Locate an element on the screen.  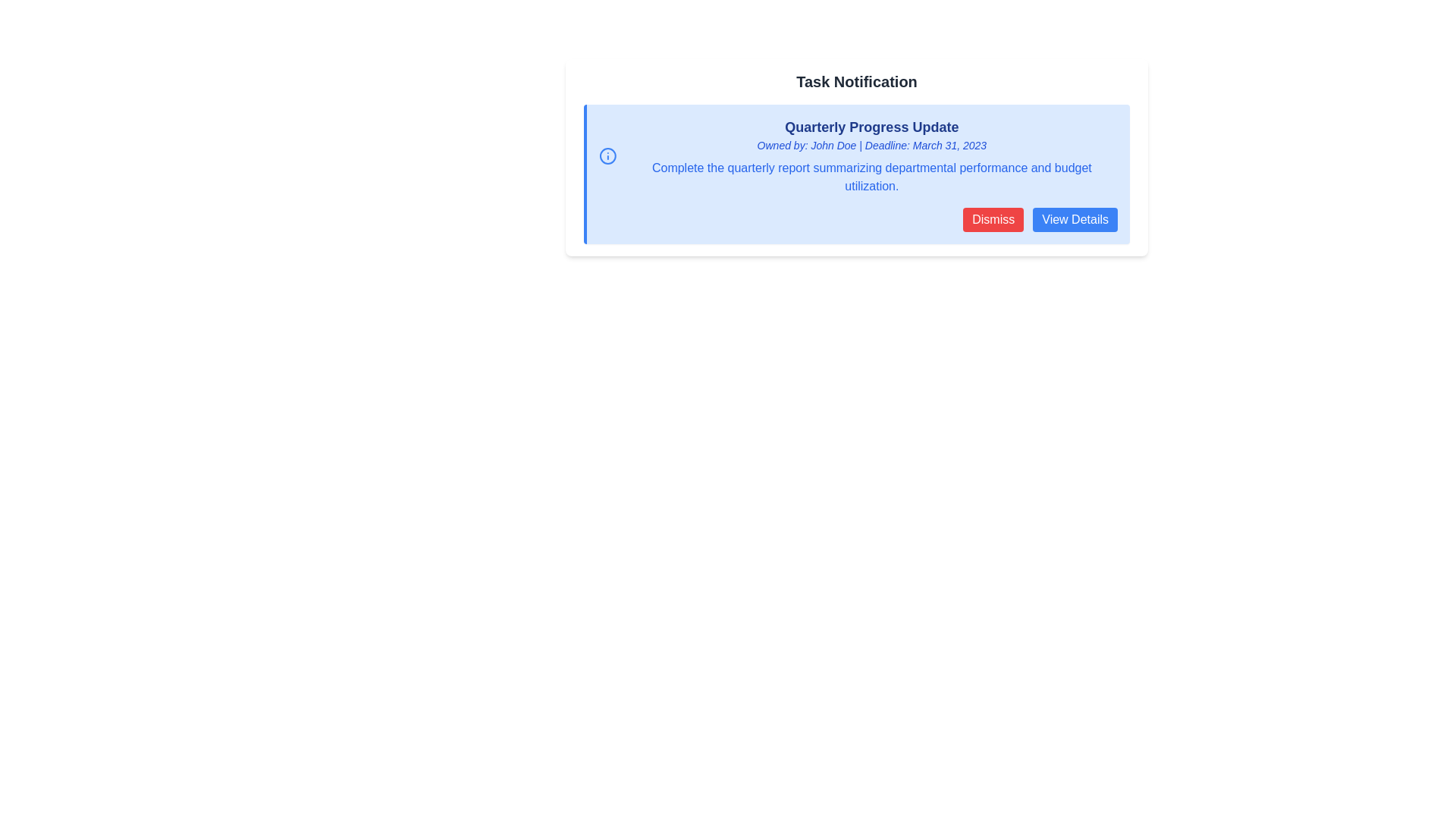
the button on the right side of the 'Dismiss' button is located at coordinates (1075, 219).